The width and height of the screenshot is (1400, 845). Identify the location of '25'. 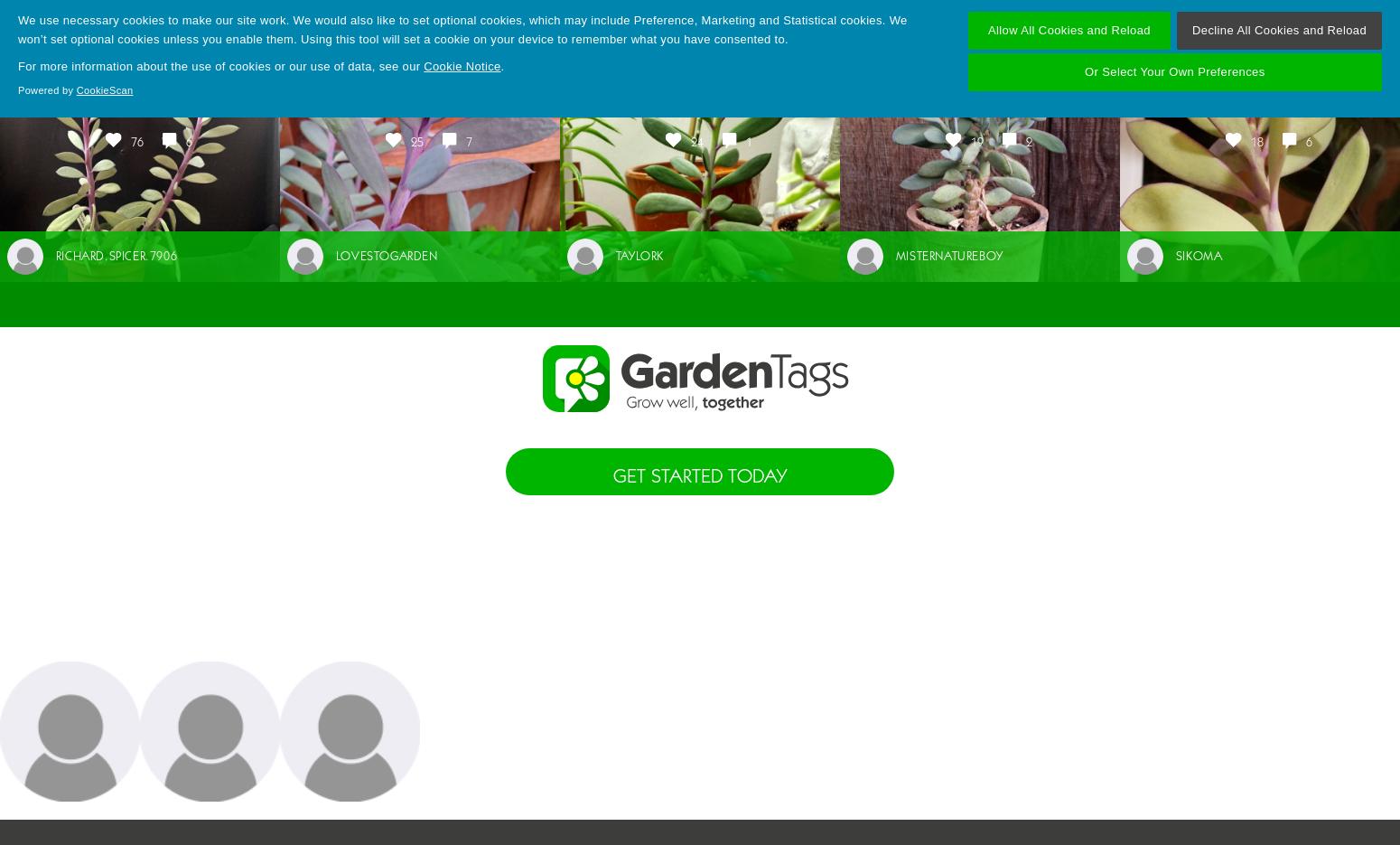
(416, 141).